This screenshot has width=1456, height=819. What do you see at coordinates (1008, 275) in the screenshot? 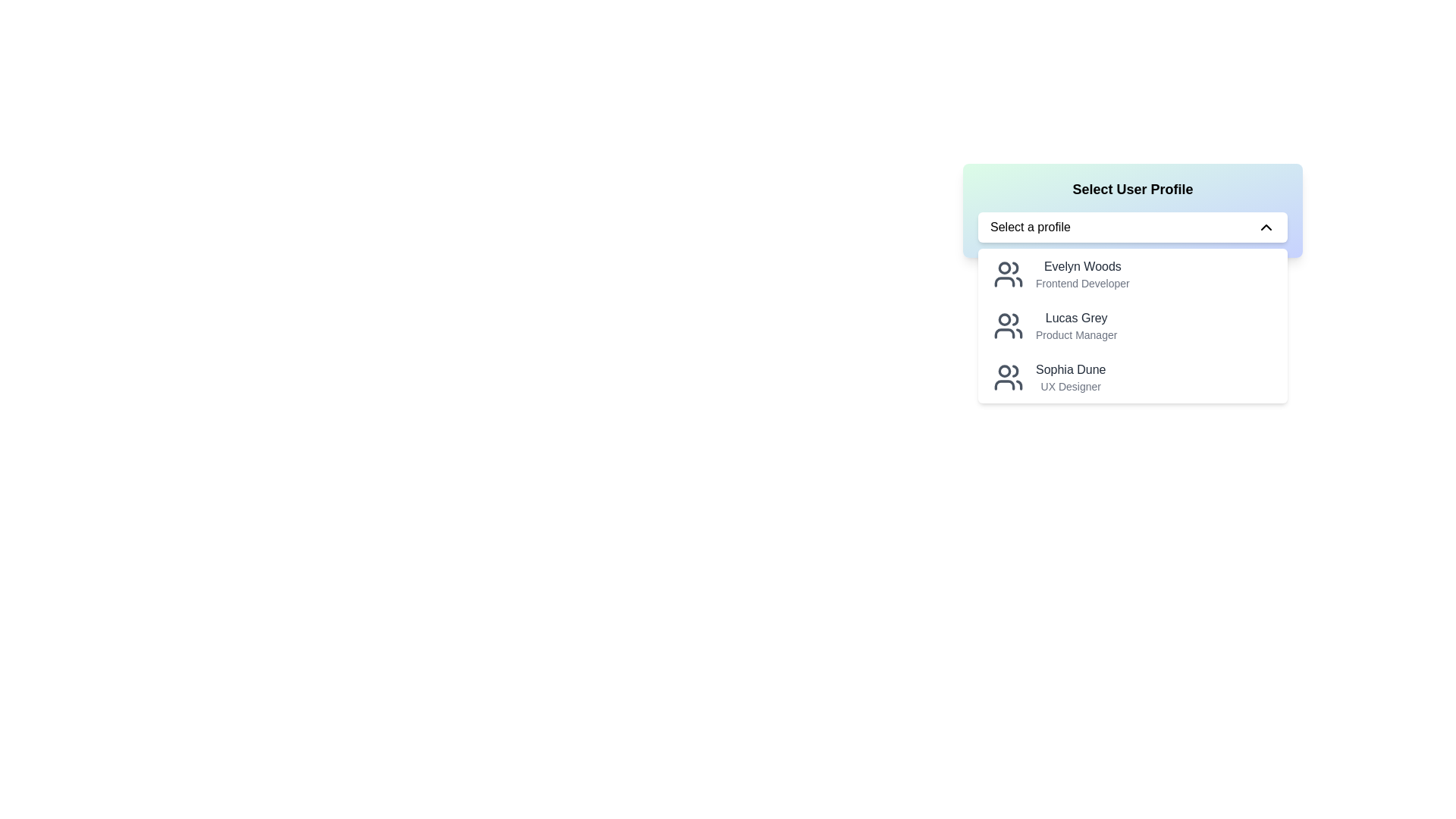
I see `the user profile icon located to the left of the name 'Evelyn Woods' in the profile selection dropdown` at bounding box center [1008, 275].